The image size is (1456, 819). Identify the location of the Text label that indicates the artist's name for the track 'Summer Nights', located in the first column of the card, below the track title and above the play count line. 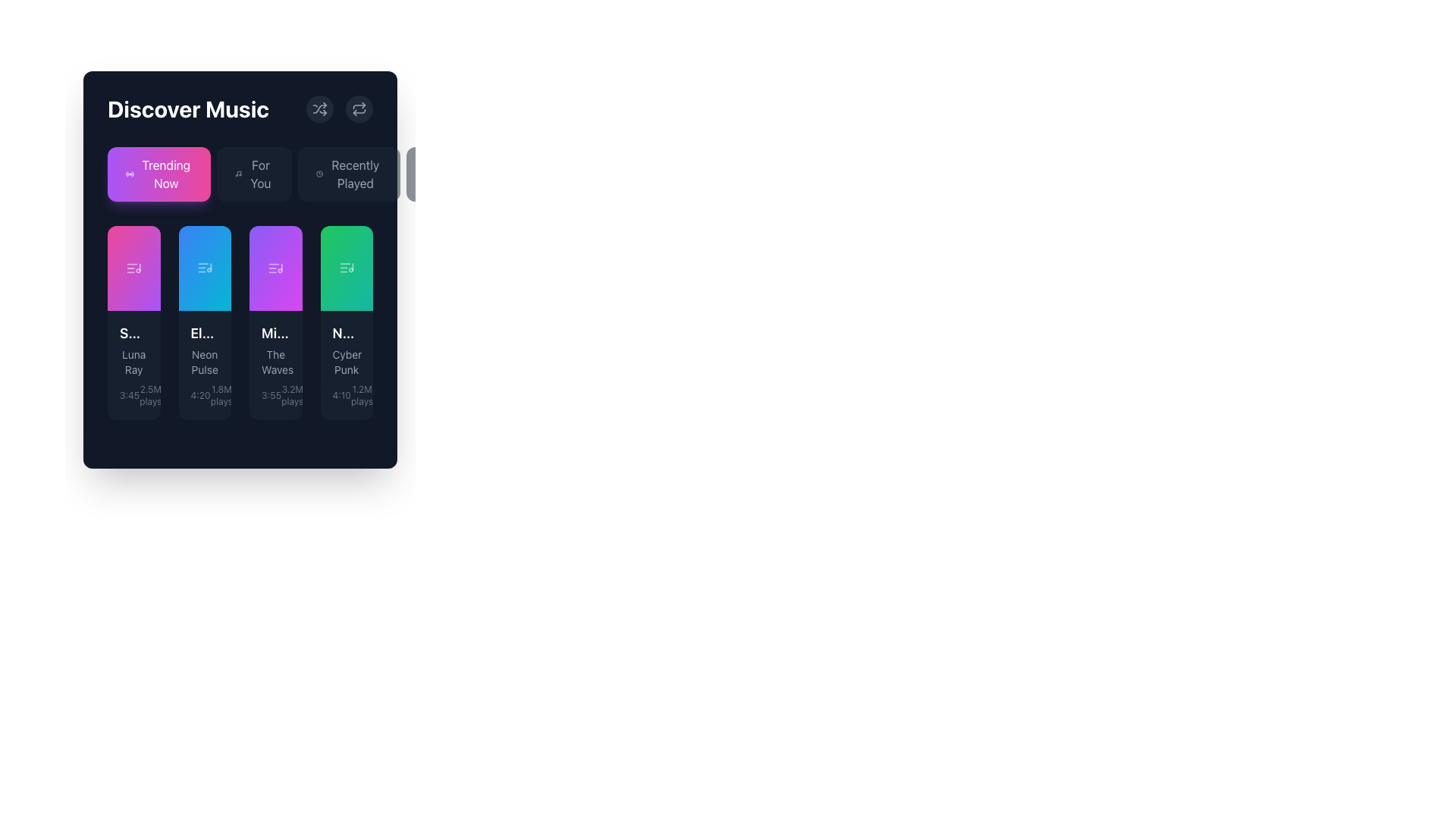
(133, 362).